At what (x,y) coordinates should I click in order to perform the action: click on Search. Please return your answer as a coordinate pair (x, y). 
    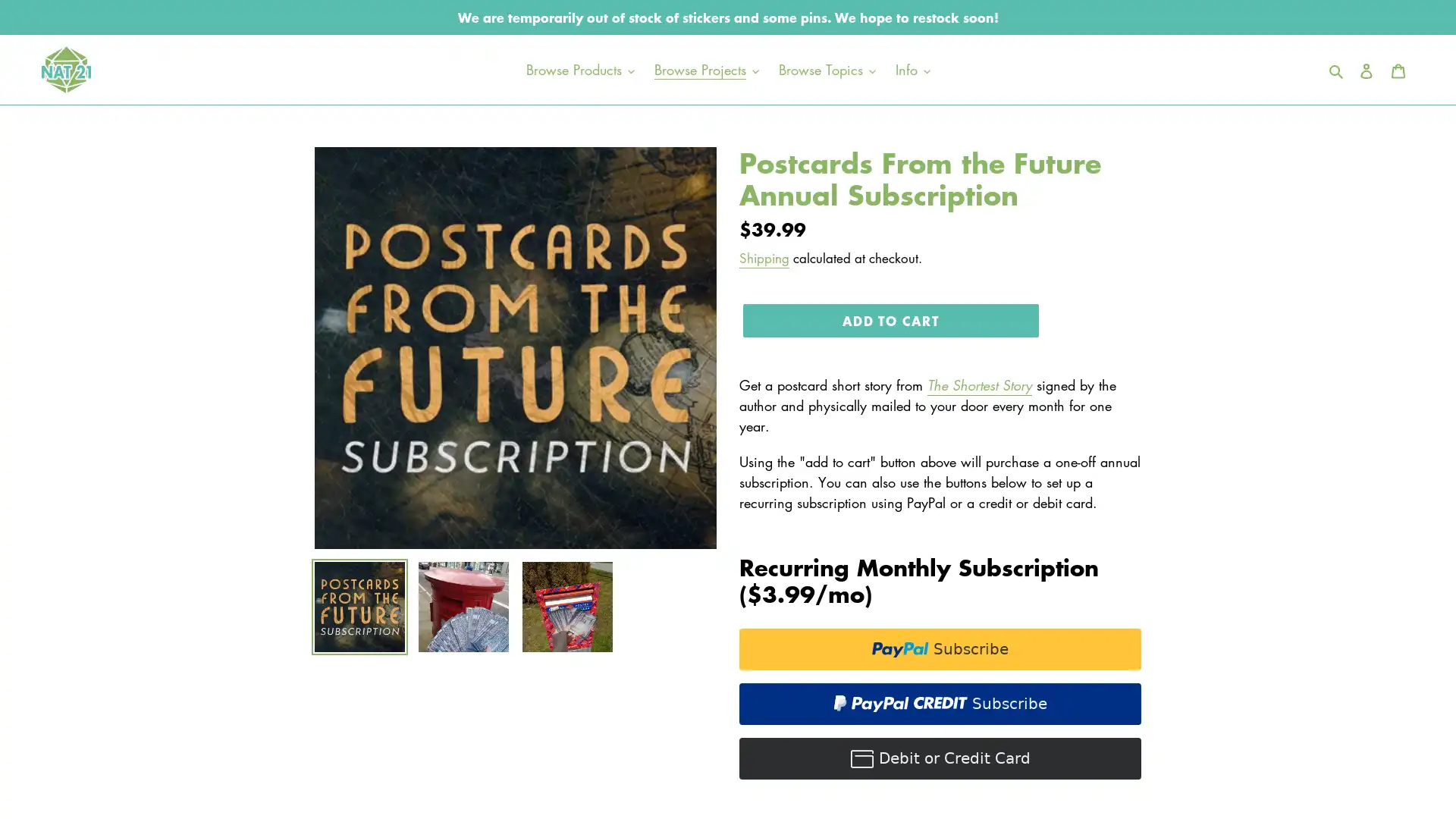
    Looking at the image, I should click on (1337, 69).